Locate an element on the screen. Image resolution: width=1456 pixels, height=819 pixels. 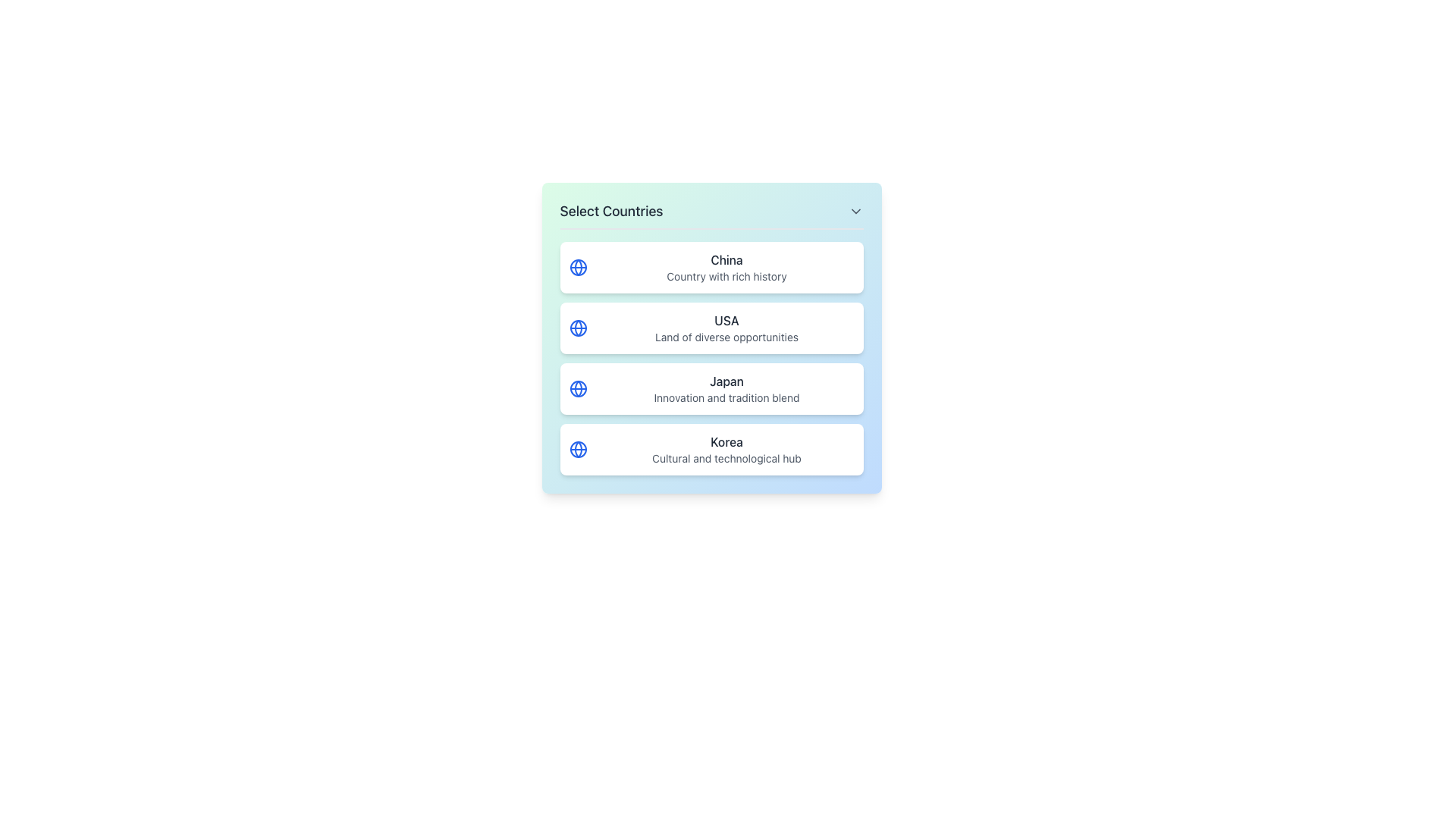
the globe icon with a blue outline, located in the third row of country cards, adjacent to the text 'Japan - Innovation and tradition blend' is located at coordinates (577, 388).